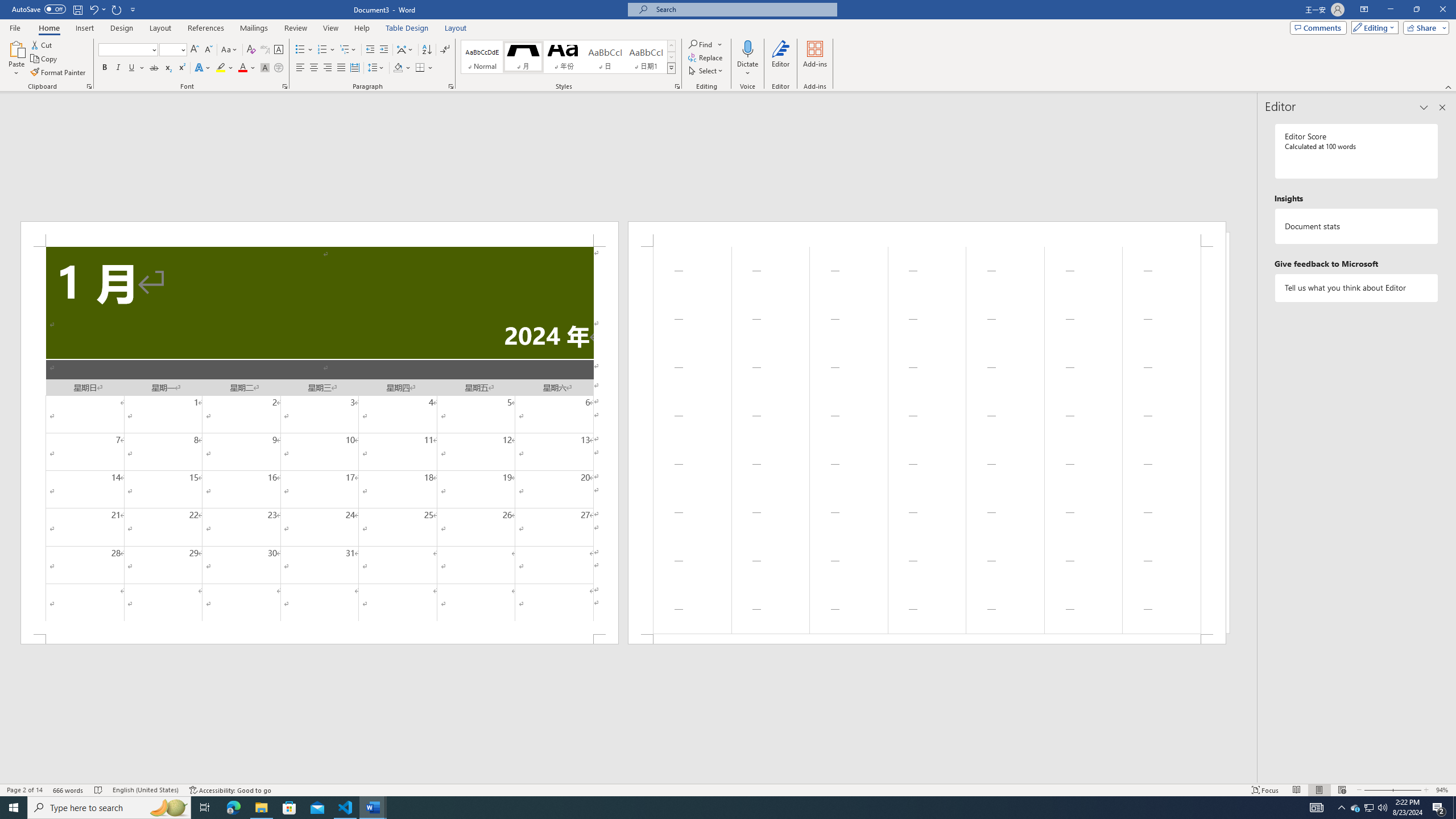  I want to click on 'Word Count 666 words', so click(69, 790).